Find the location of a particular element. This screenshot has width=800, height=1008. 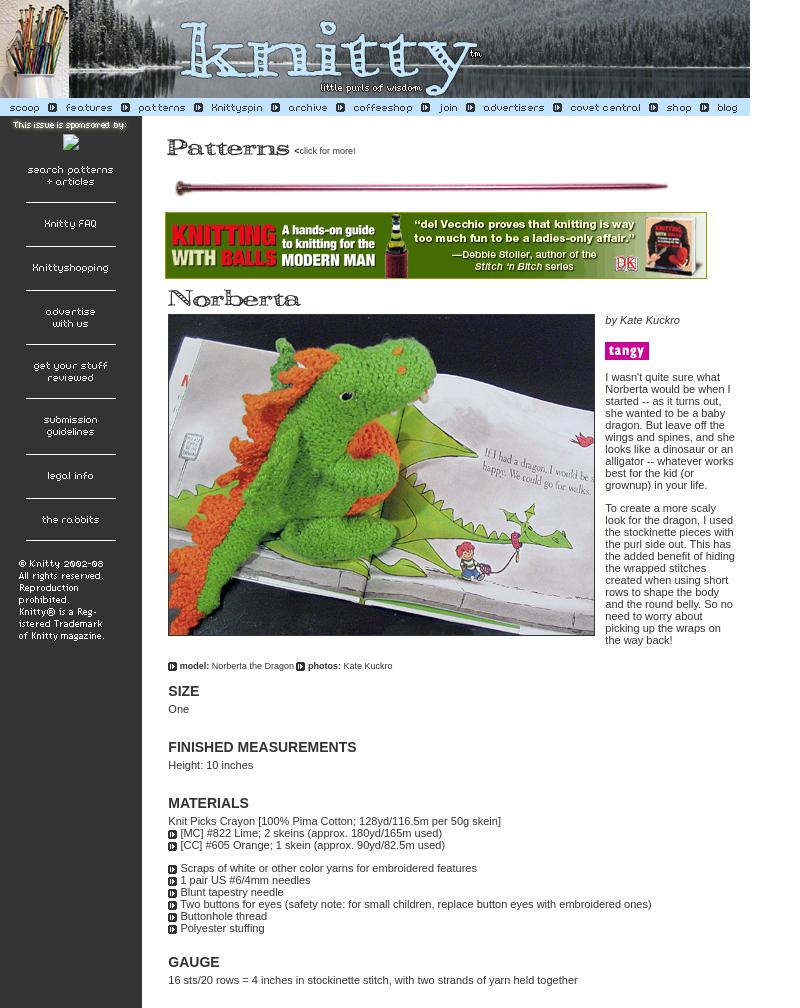

'Height: 10 inches' is located at coordinates (167, 764).